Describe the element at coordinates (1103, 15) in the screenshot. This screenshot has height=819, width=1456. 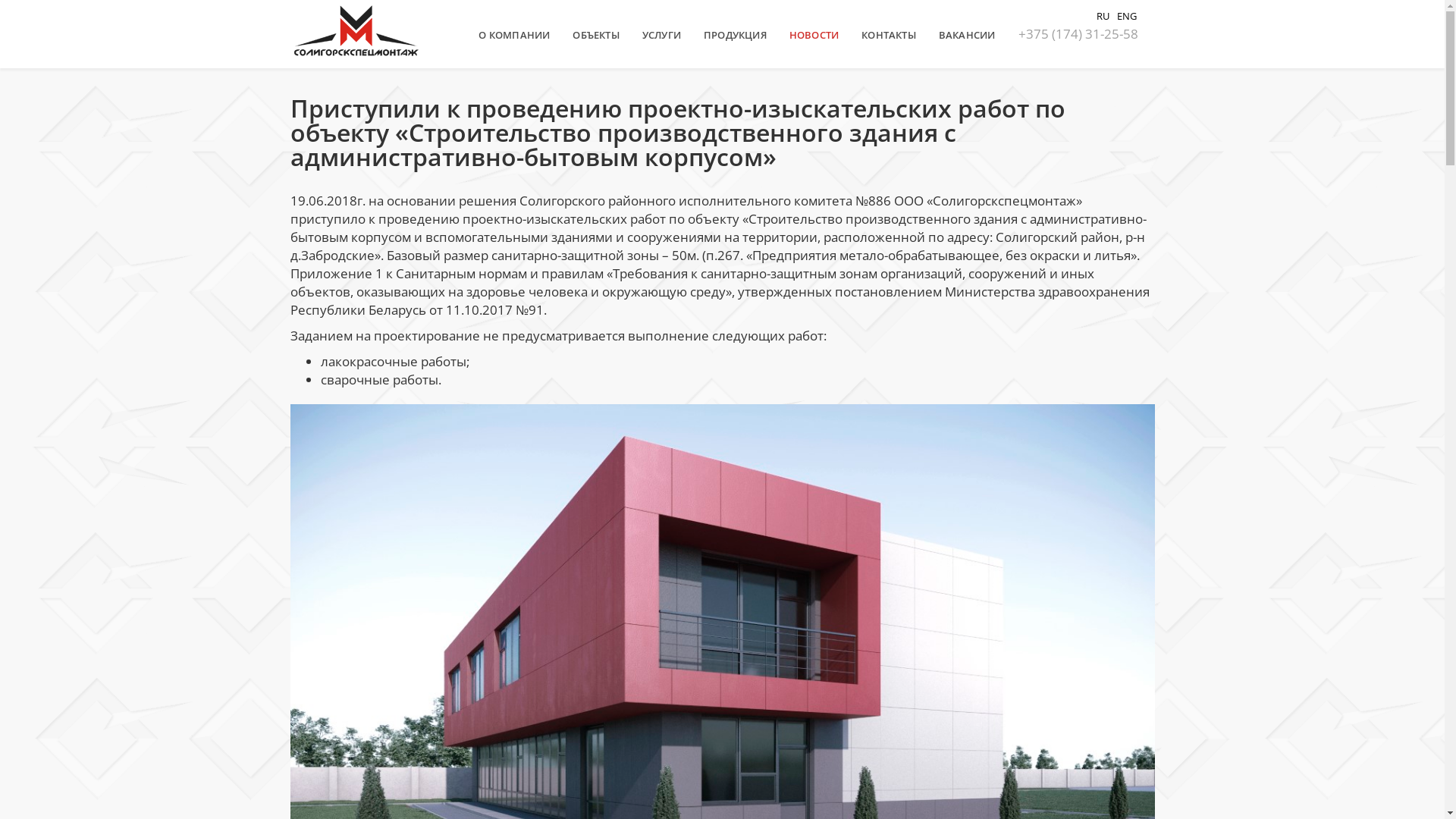
I see `'RU'` at that location.